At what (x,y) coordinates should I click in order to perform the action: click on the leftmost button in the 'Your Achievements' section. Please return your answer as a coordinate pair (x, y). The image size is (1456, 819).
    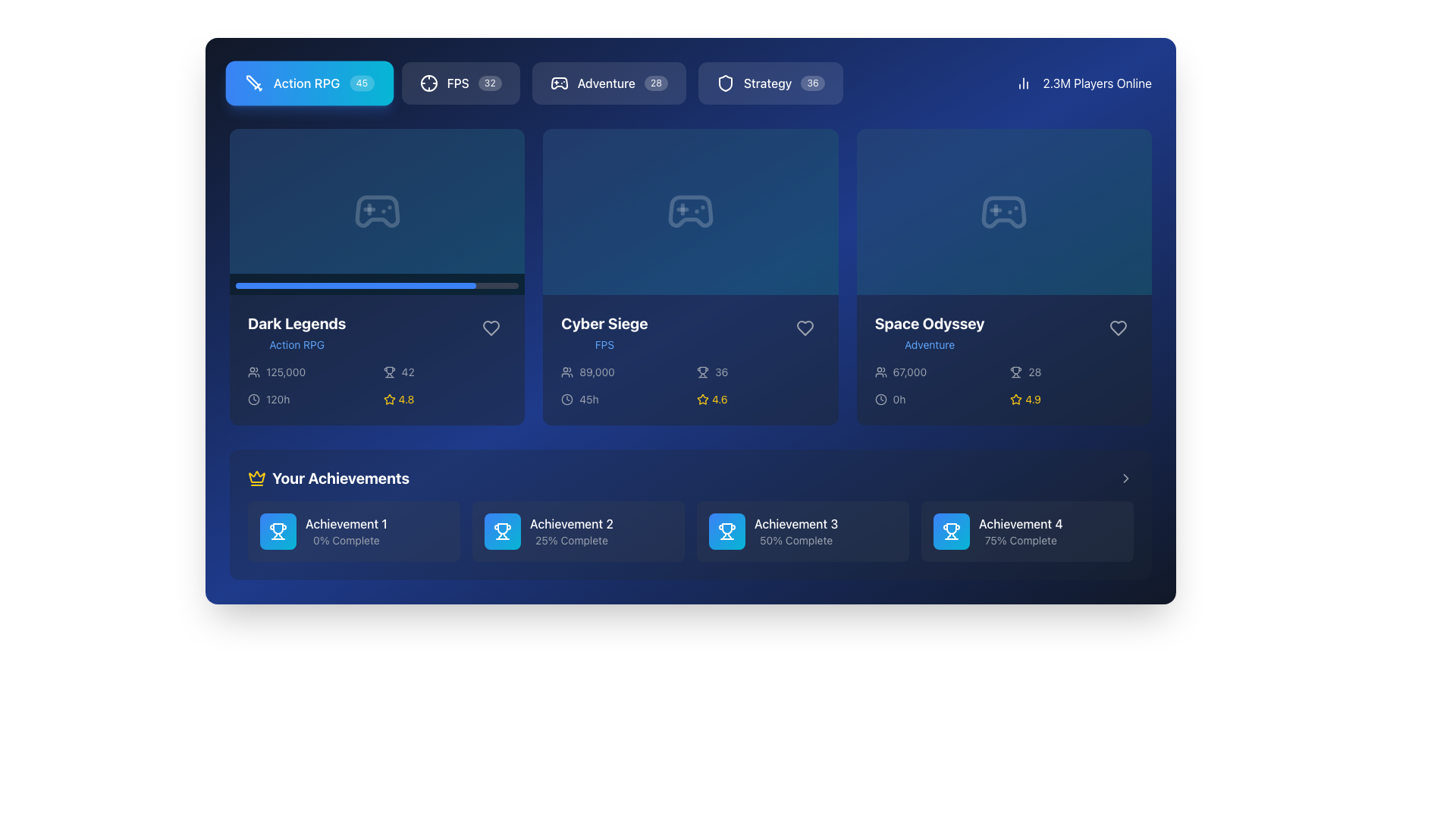
    Looking at the image, I should click on (353, 531).